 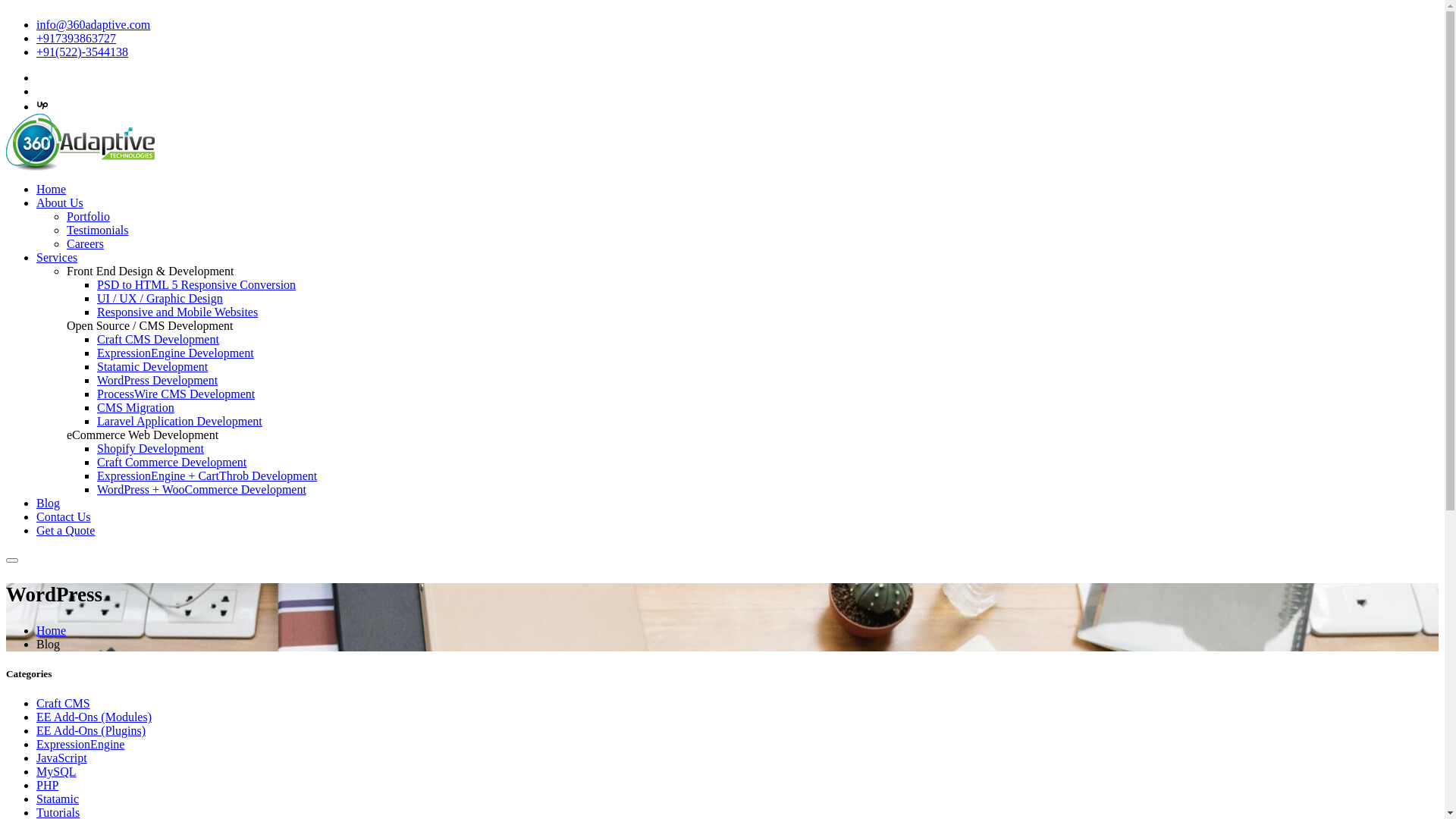 What do you see at coordinates (61, 758) in the screenshot?
I see `'JavaScript'` at bounding box center [61, 758].